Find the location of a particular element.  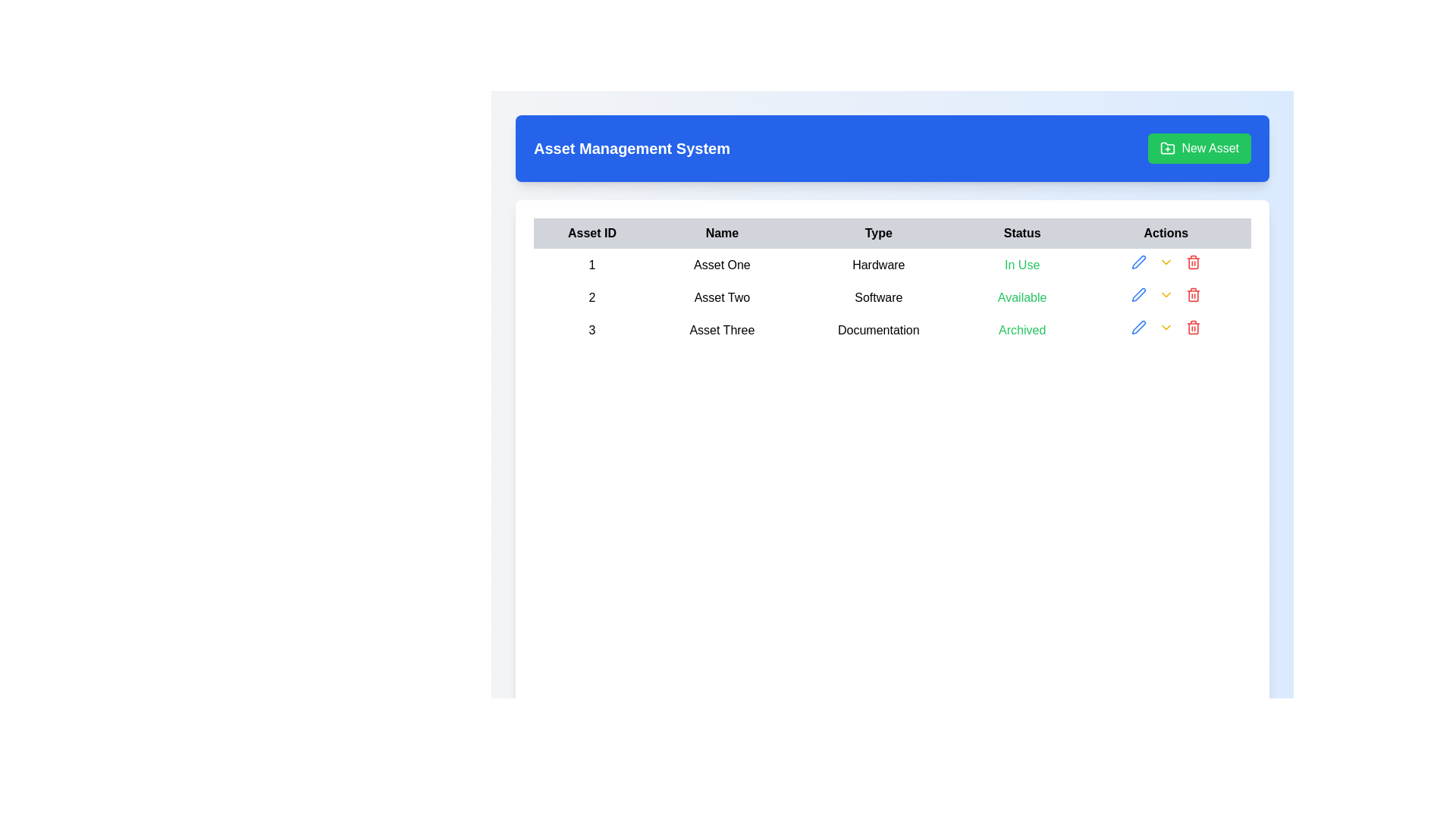

the chevron icon button located in the Actions column of the first row in the table is located at coordinates (1165, 262).